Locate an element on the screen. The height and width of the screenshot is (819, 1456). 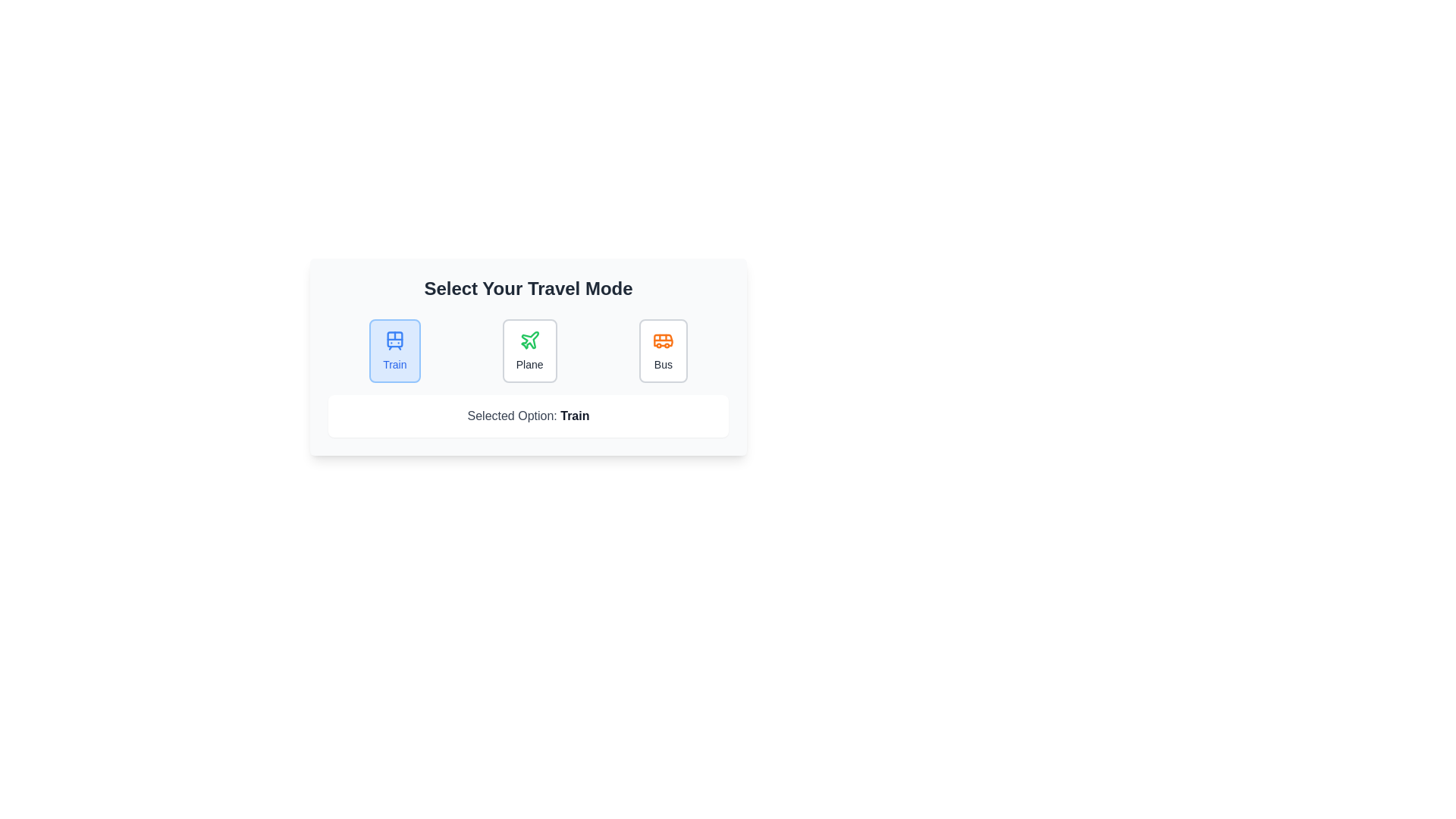
the text label displaying 'Train', which is located below the train icon in the travel mode selection button group is located at coordinates (394, 365).